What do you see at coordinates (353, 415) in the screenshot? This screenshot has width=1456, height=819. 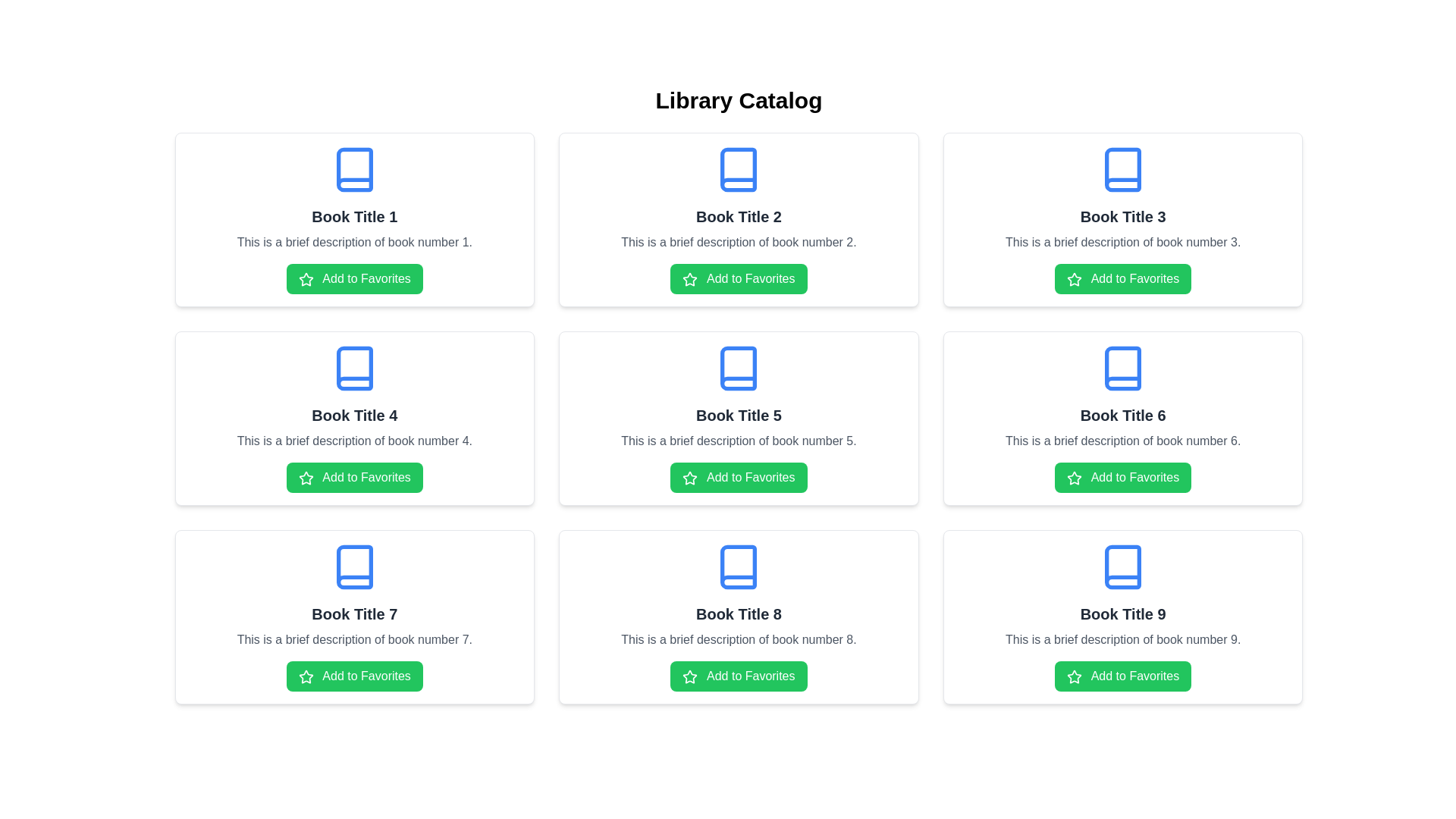 I see `the Static Text Label that serves as a heading or title for the associated book within the card layout, located in the second row and first column of a three-by-three grid` at bounding box center [353, 415].